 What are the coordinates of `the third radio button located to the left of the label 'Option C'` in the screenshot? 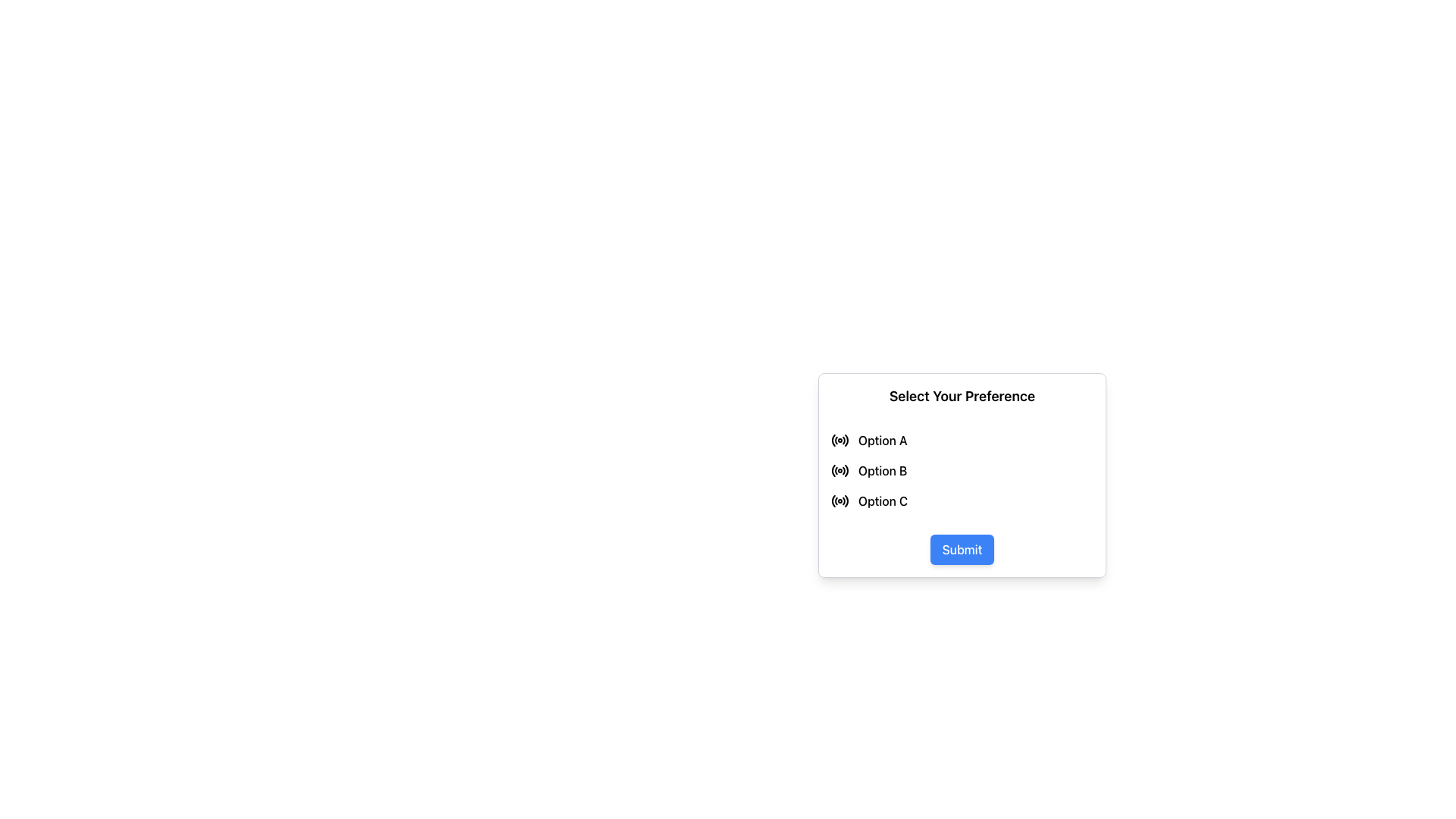 It's located at (839, 500).